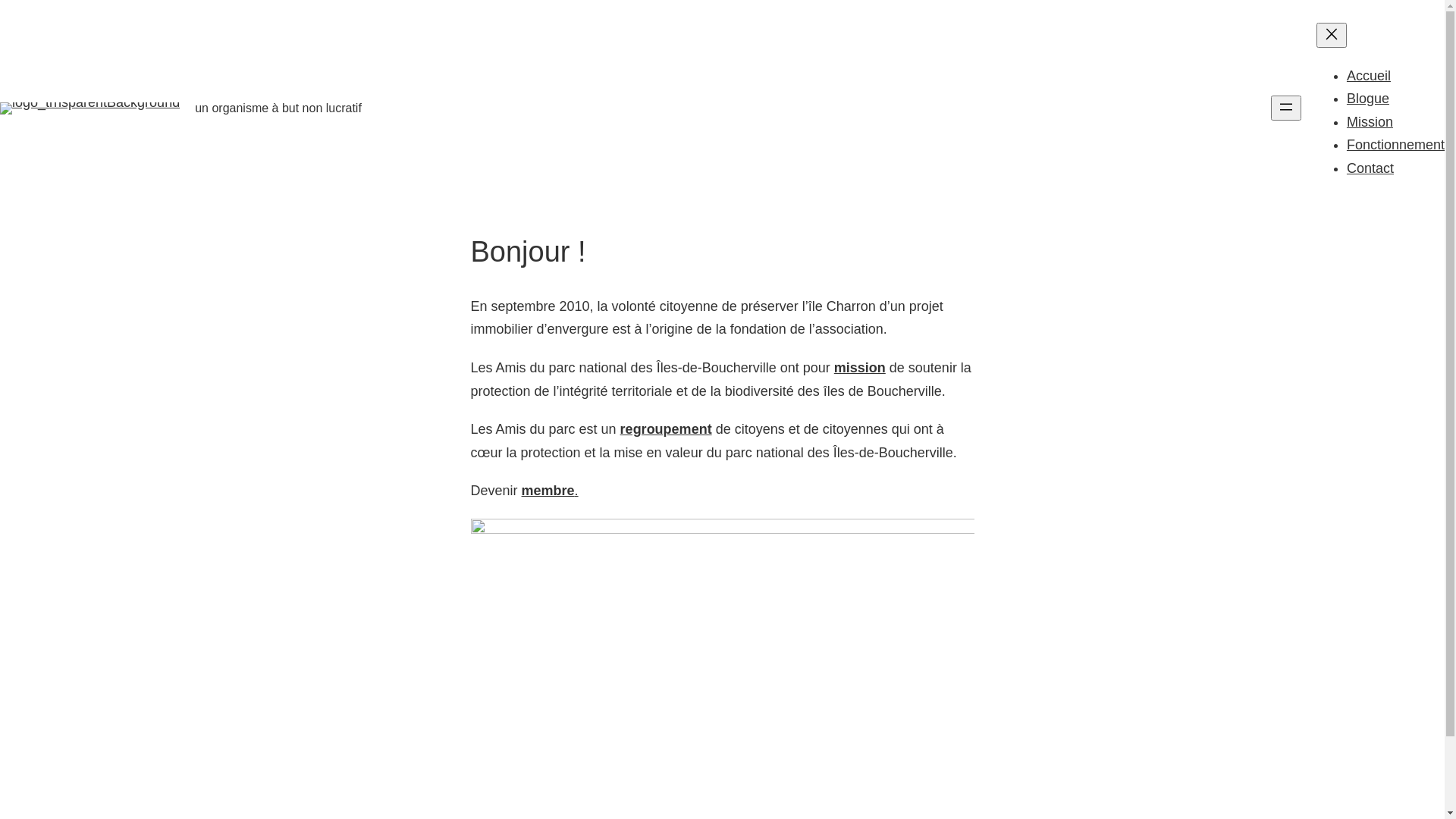 Image resolution: width=1456 pixels, height=819 pixels. I want to click on 'Fonctionnement', so click(1395, 145).